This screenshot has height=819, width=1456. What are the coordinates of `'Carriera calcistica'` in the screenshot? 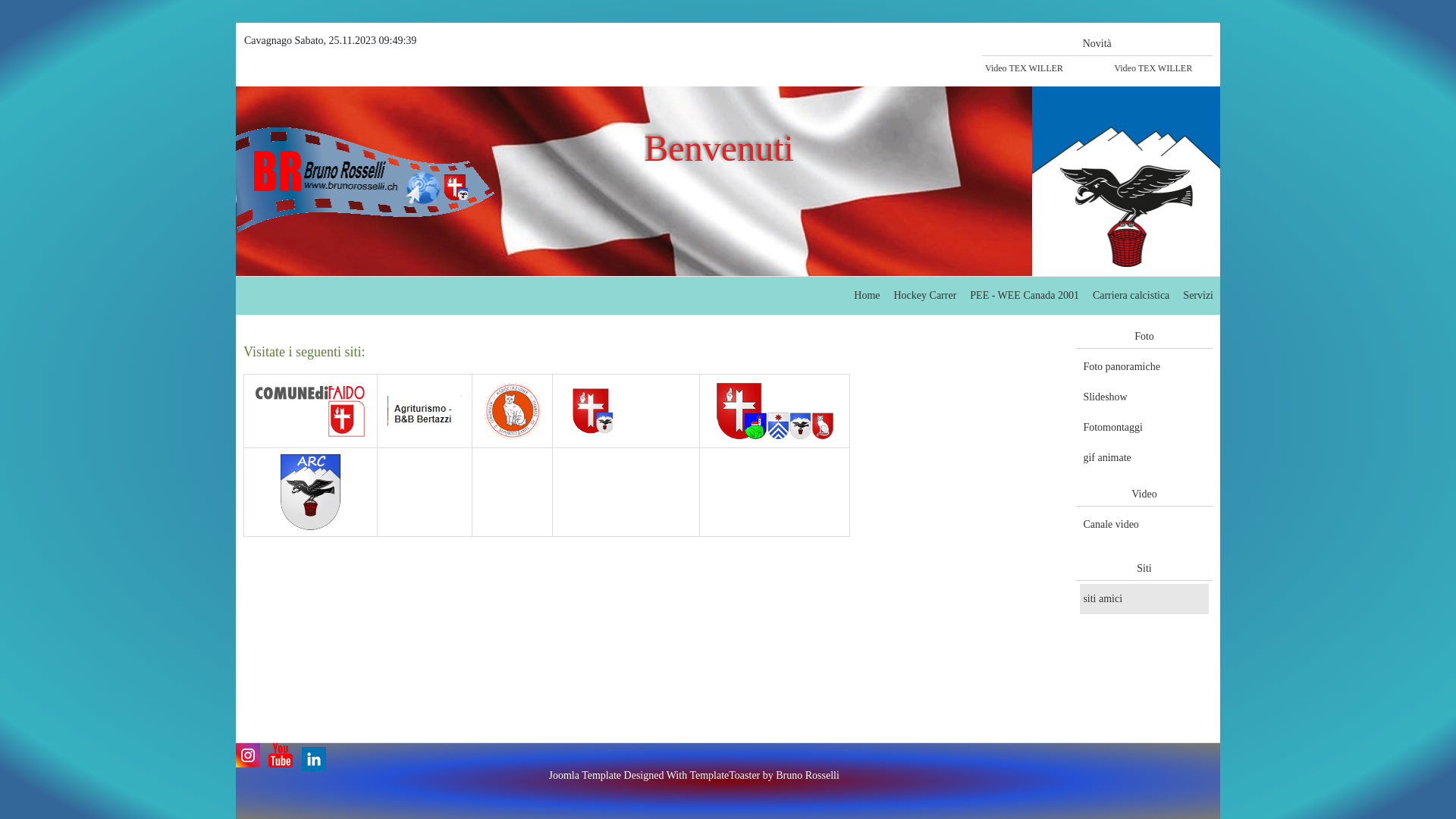 It's located at (1088, 295).